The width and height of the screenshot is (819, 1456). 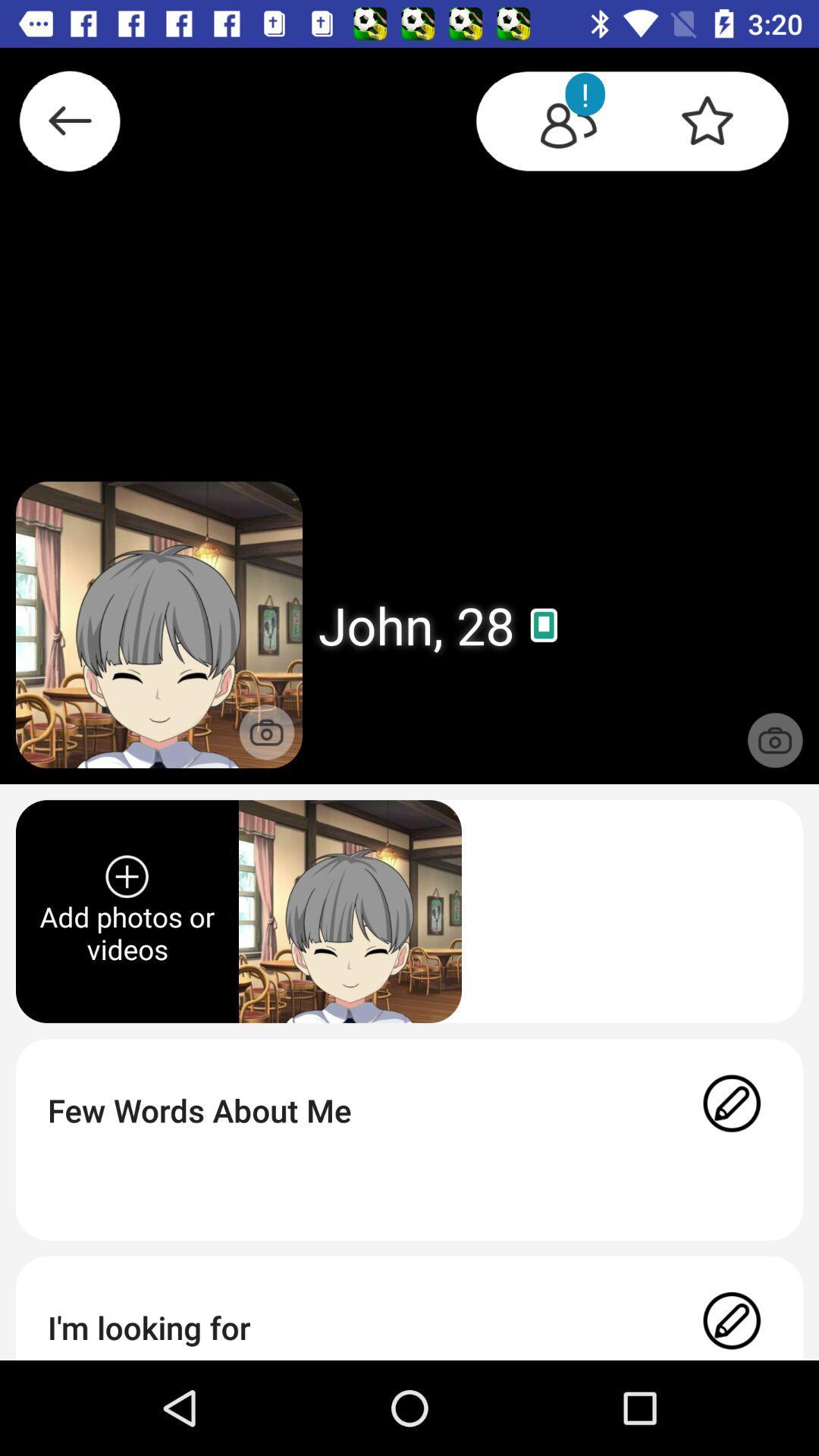 I want to click on the photo icon, so click(x=266, y=732).